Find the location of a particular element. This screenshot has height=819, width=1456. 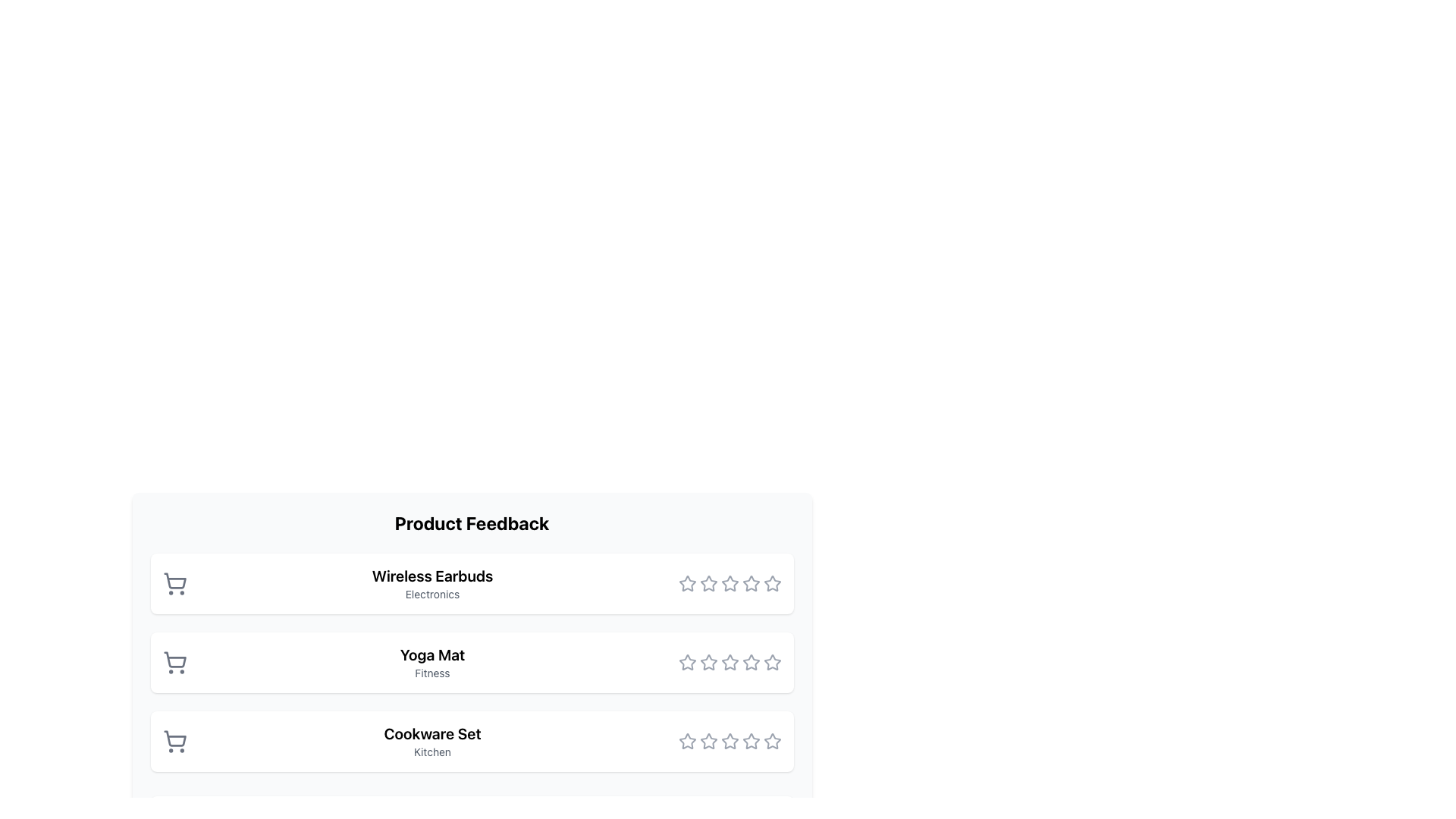

the fifth star in the five-star rating system of the 'Cookware Set' product in the 'Product Feedback' section is located at coordinates (751, 740).